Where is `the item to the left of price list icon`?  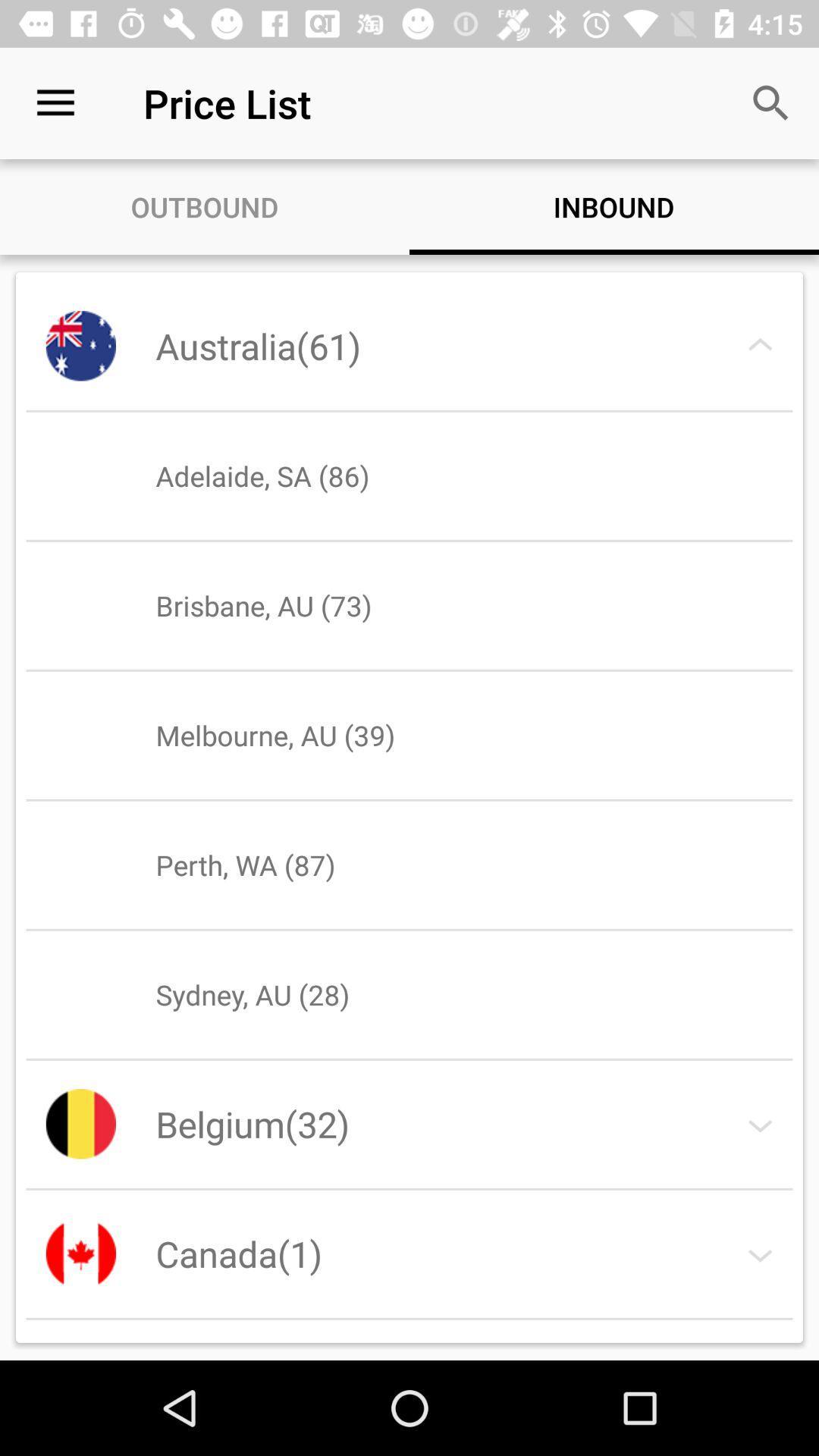 the item to the left of price list icon is located at coordinates (55, 102).